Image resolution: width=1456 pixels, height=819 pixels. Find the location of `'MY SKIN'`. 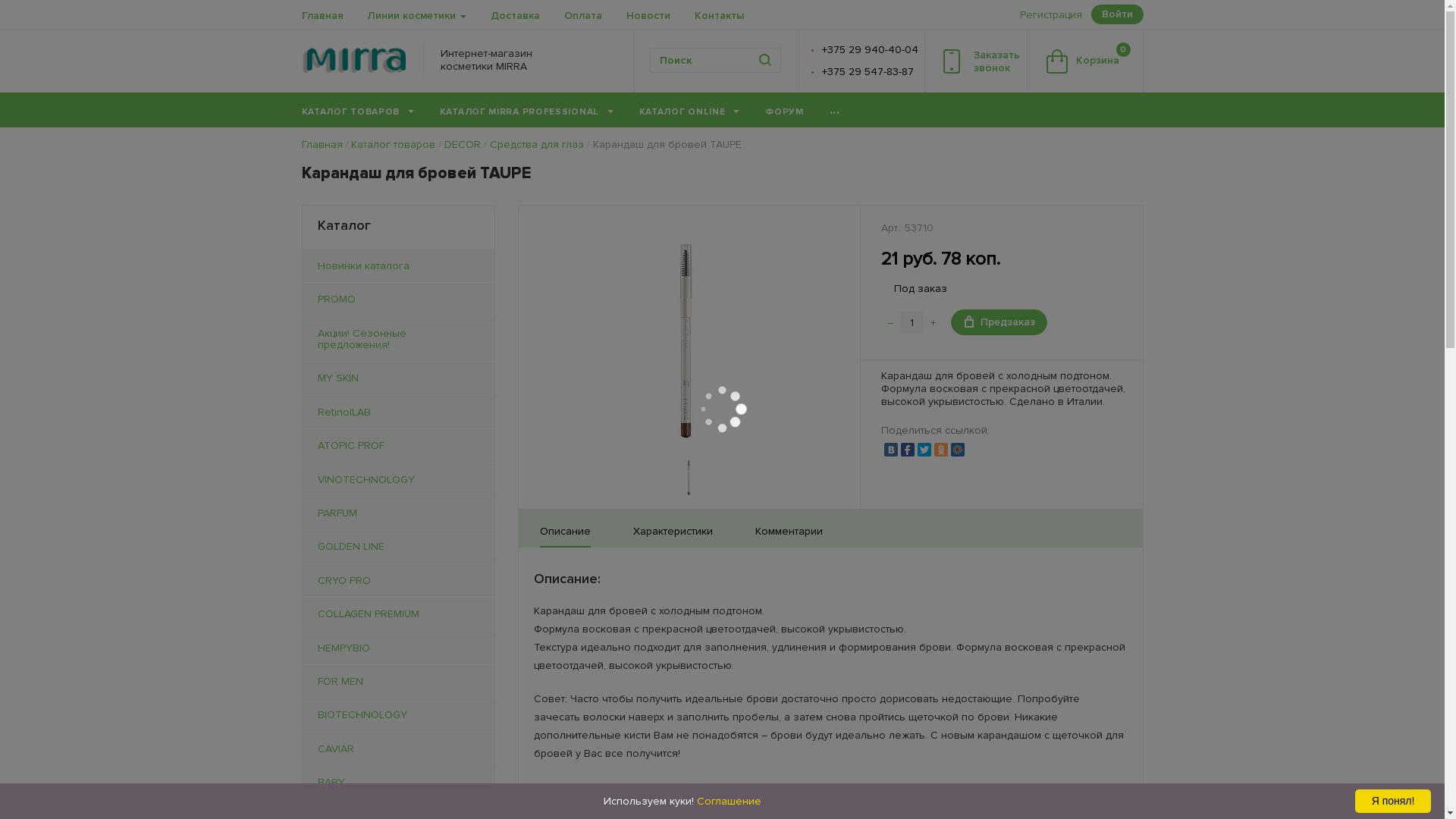

'MY SKIN' is located at coordinates (397, 377).